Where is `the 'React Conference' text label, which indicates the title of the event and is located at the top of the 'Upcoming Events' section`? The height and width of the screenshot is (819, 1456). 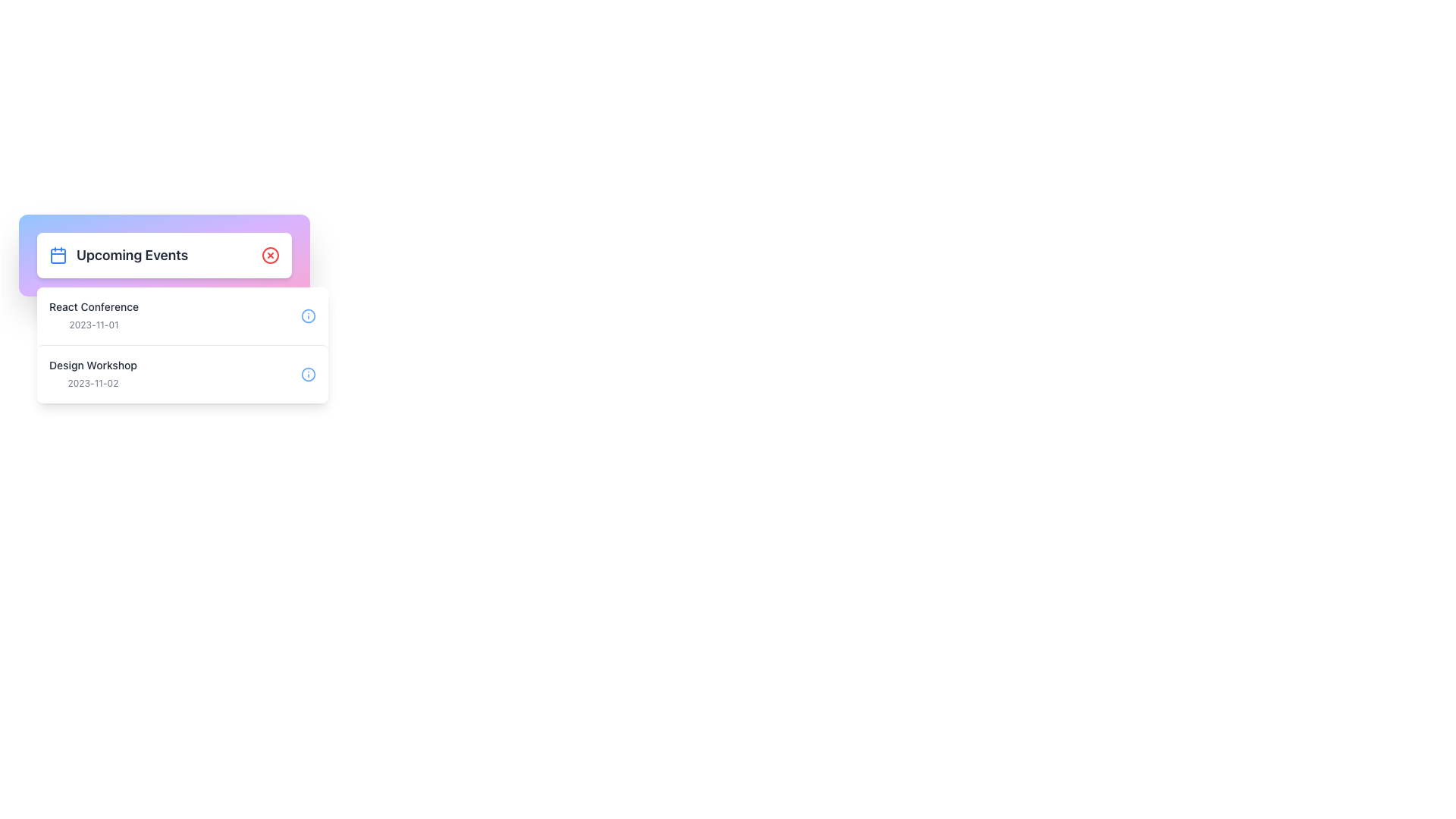
the 'React Conference' text label, which indicates the title of the event and is located at the top of the 'Upcoming Events' section is located at coordinates (93, 307).